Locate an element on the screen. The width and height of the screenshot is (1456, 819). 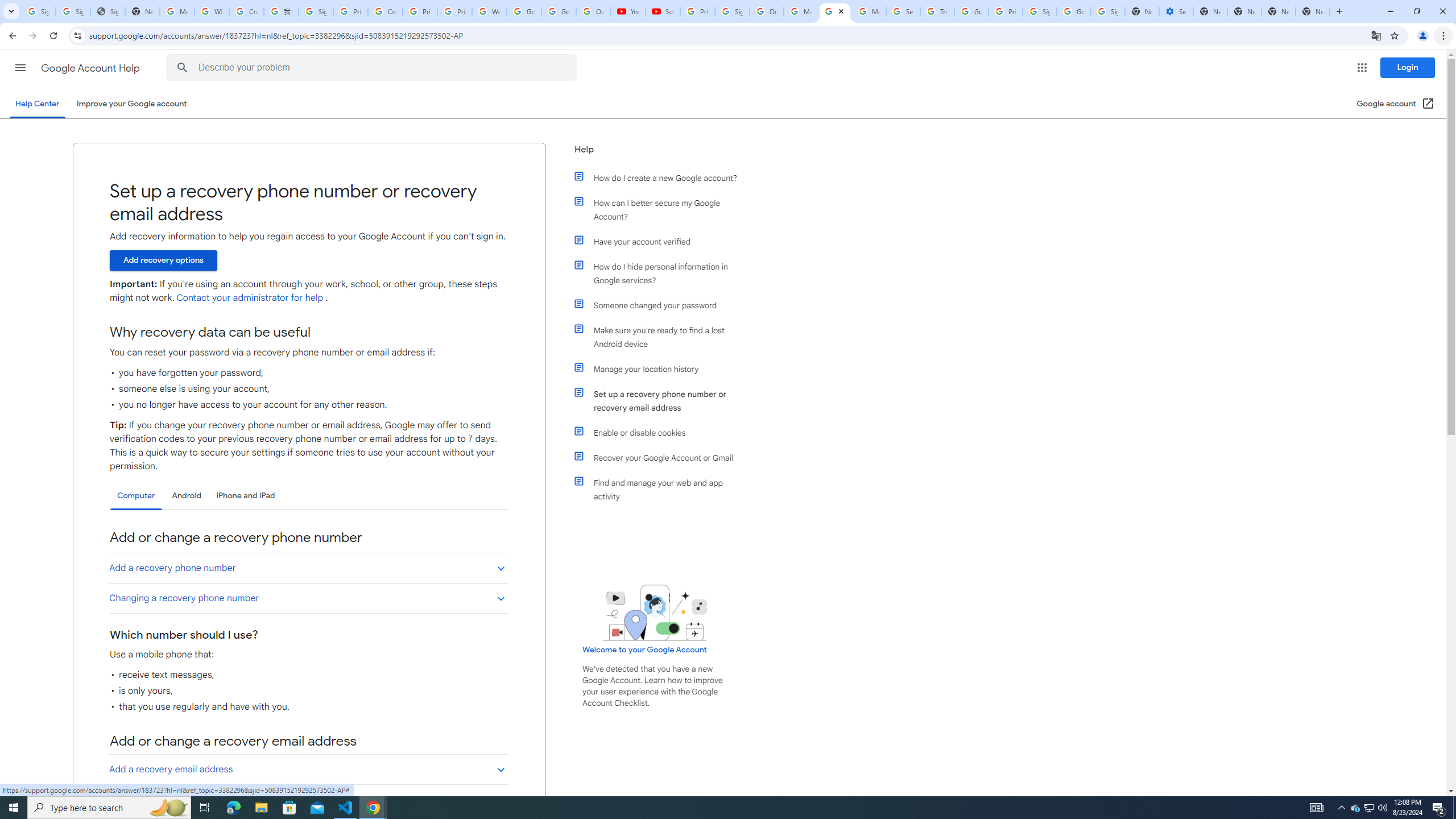
'Search the Help Center' is located at coordinates (181, 67).